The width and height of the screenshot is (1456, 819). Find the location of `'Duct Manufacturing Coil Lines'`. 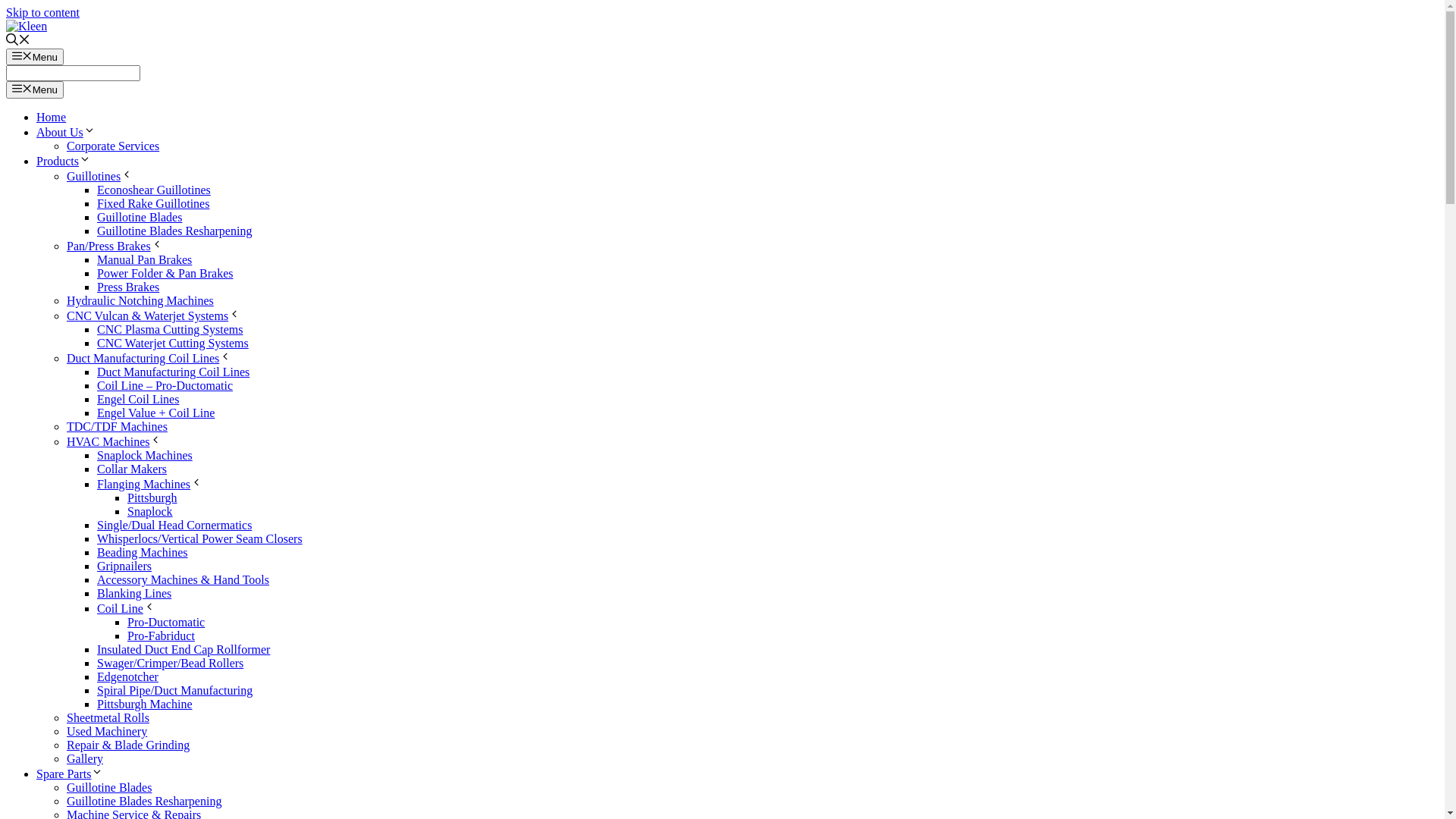

'Duct Manufacturing Coil Lines' is located at coordinates (65, 358).